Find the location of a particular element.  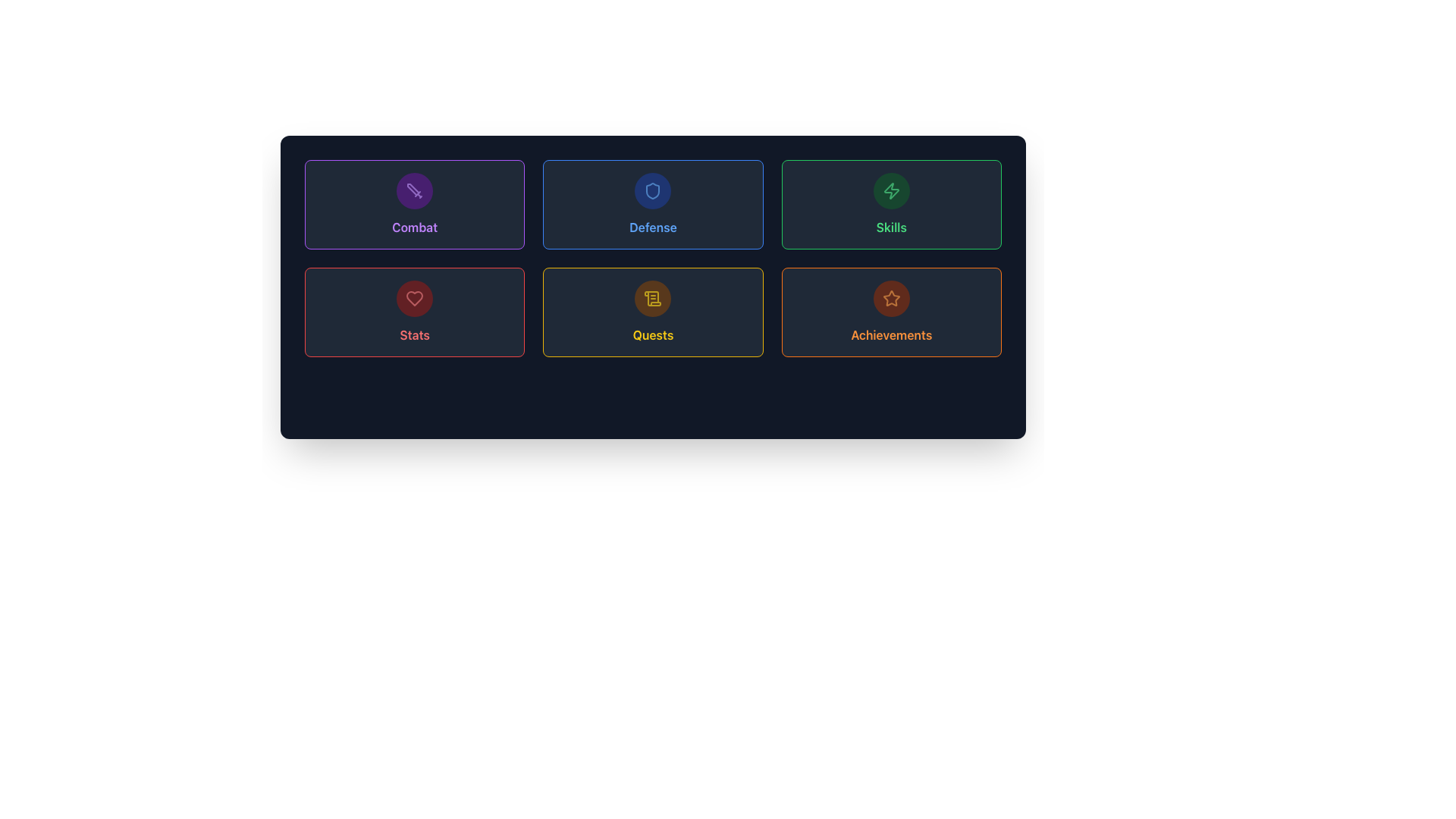

the circular decorative indicator with an embedded icon located centrally within the 'Stats' card in the bottom-left quadrant of the UI is located at coordinates (415, 298).